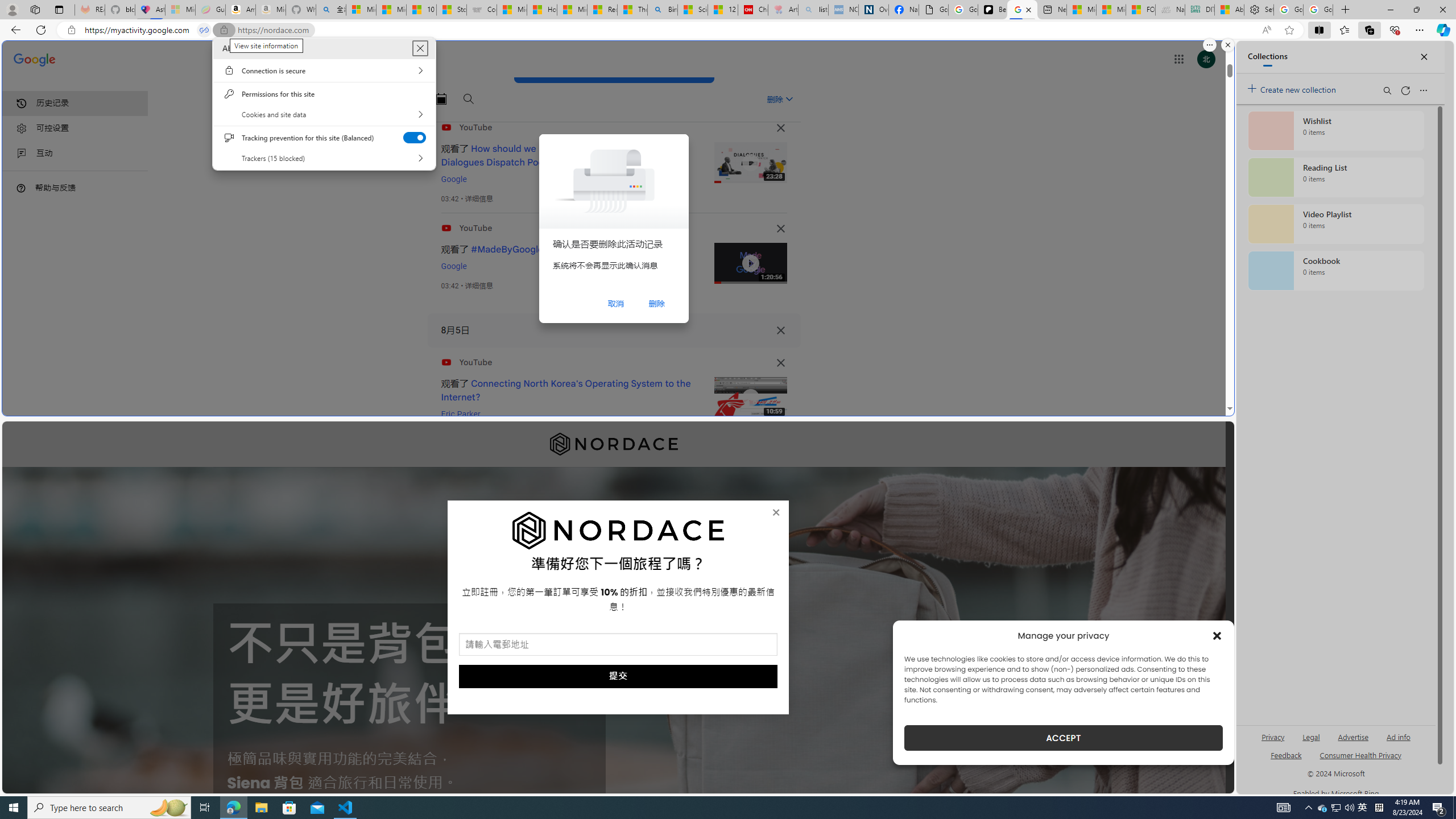 The height and width of the screenshot is (819, 1456). Describe the element at coordinates (1345, 29) in the screenshot. I see `'Favorites'` at that location.